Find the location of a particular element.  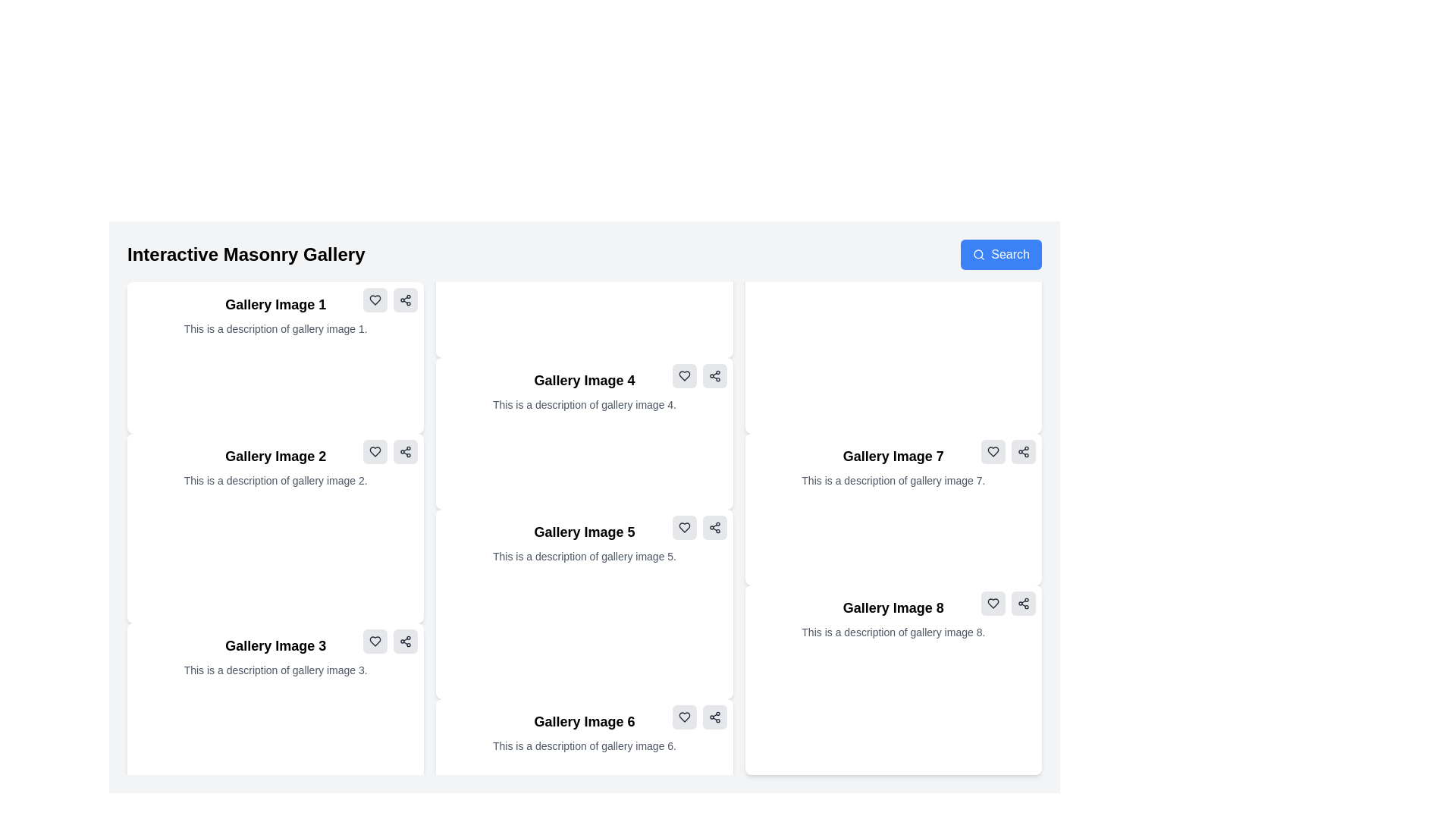

the heart icon at the top-right corner of 'Gallery Image 1' card to like the item is located at coordinates (375, 300).